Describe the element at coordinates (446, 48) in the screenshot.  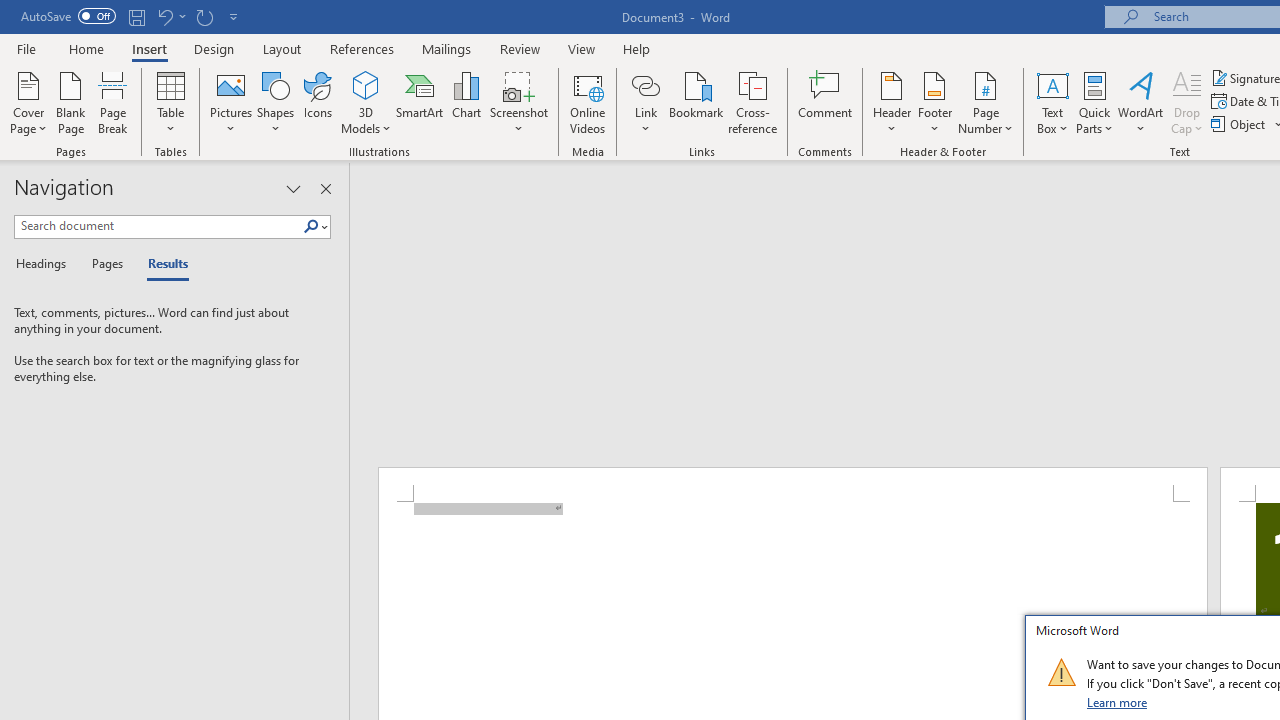
I see `'Mailings'` at that location.